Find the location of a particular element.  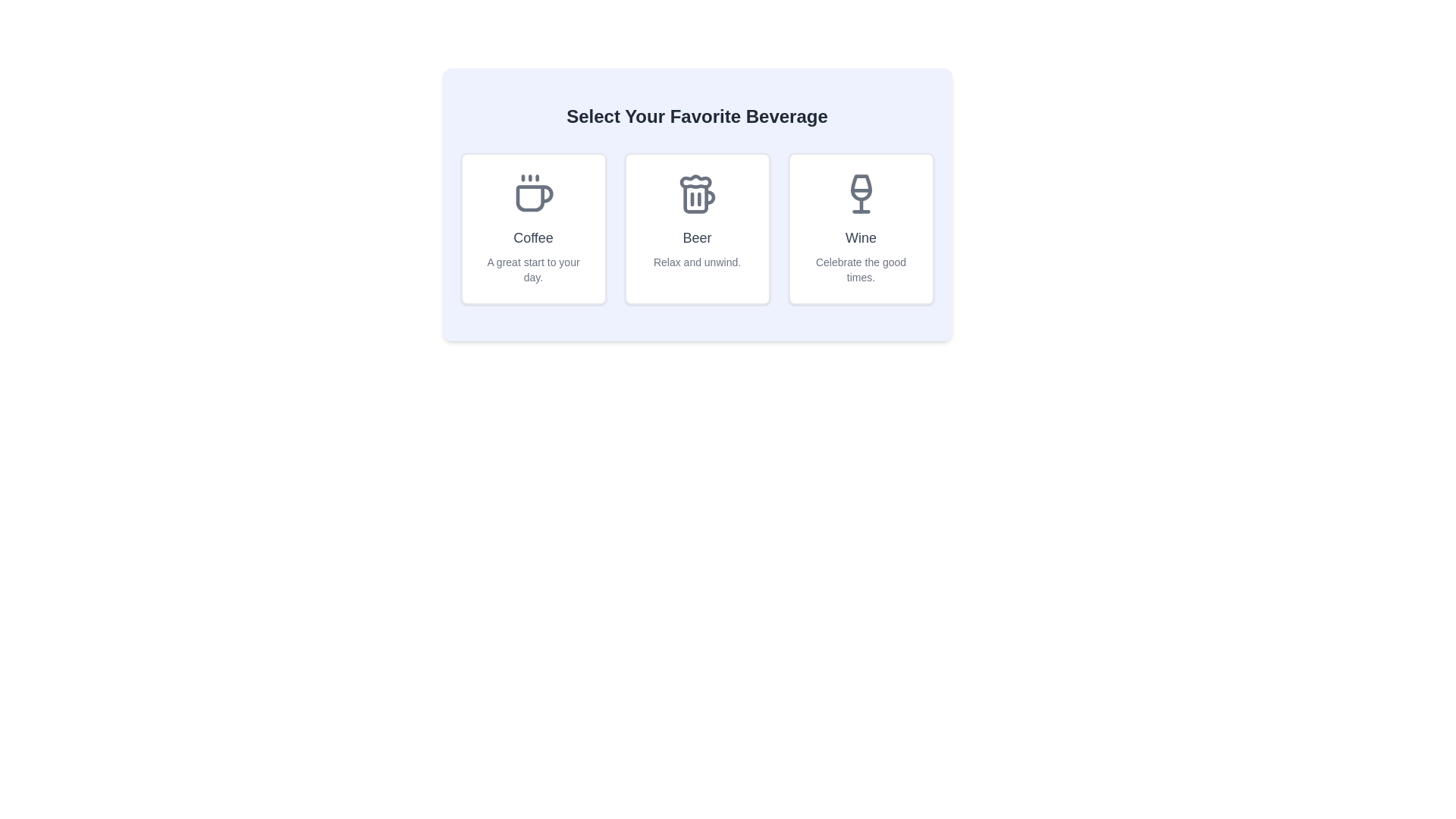

the graphical detail within the SVG icon that resembles the beer mug's handle, located in the middle of a row of beverage options is located at coordinates (708, 196).